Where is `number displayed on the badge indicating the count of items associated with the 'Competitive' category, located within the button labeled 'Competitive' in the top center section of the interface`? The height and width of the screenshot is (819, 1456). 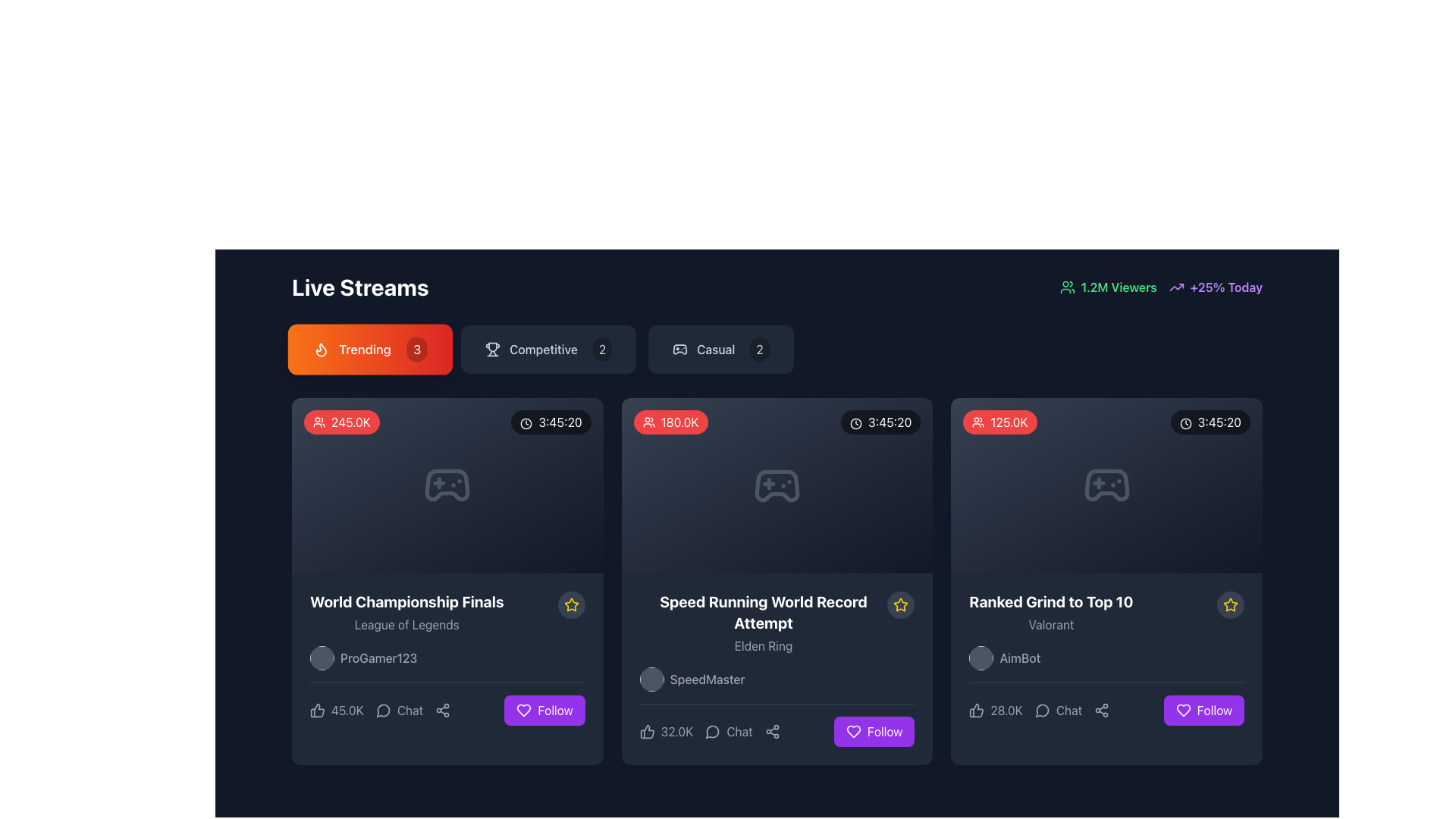 number displayed on the badge indicating the count of items associated with the 'Competitive' category, located within the button labeled 'Competitive' in the top center section of the interface is located at coordinates (601, 350).